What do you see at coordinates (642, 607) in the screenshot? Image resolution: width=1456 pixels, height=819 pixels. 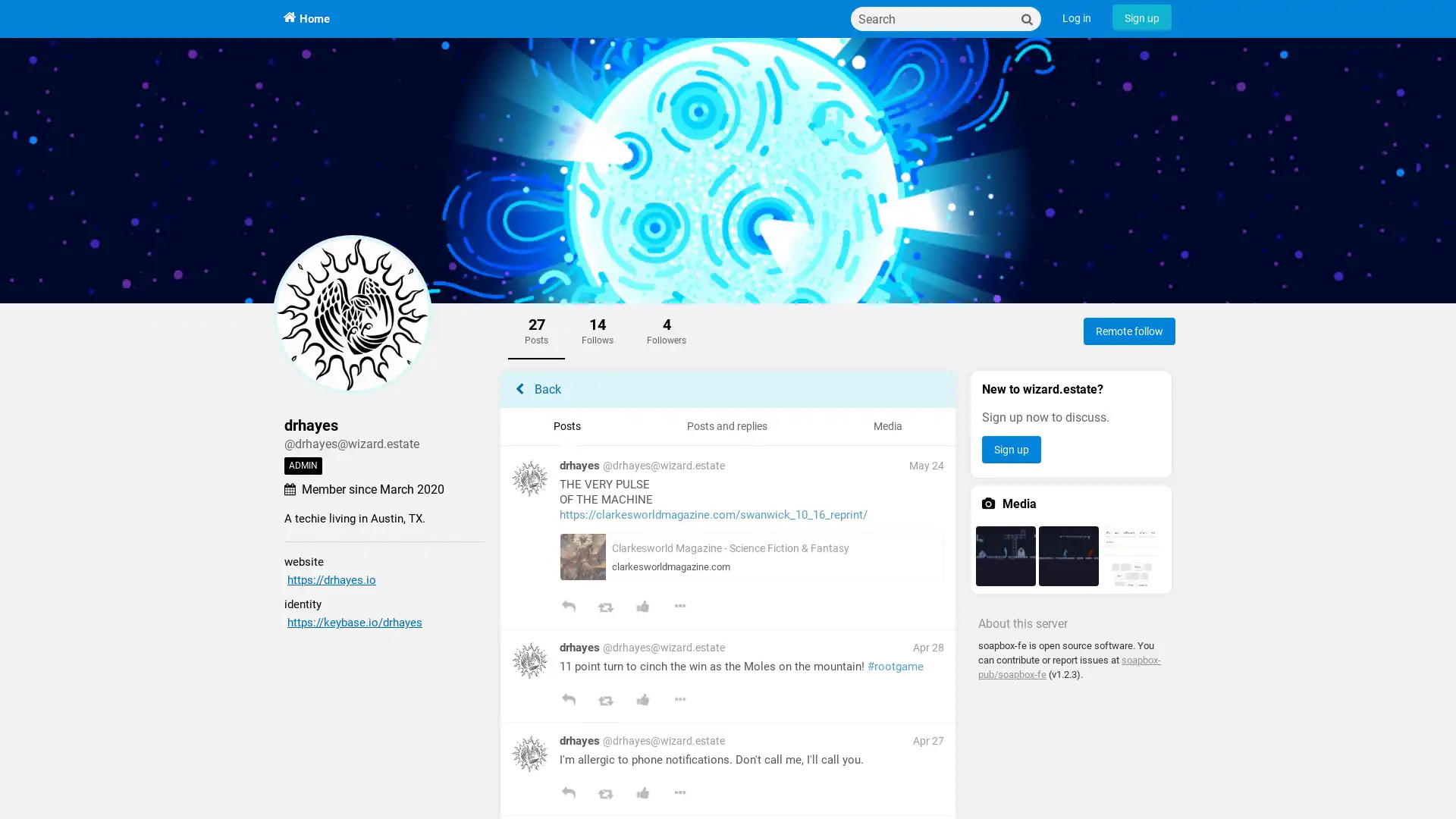 I see `Like` at bounding box center [642, 607].